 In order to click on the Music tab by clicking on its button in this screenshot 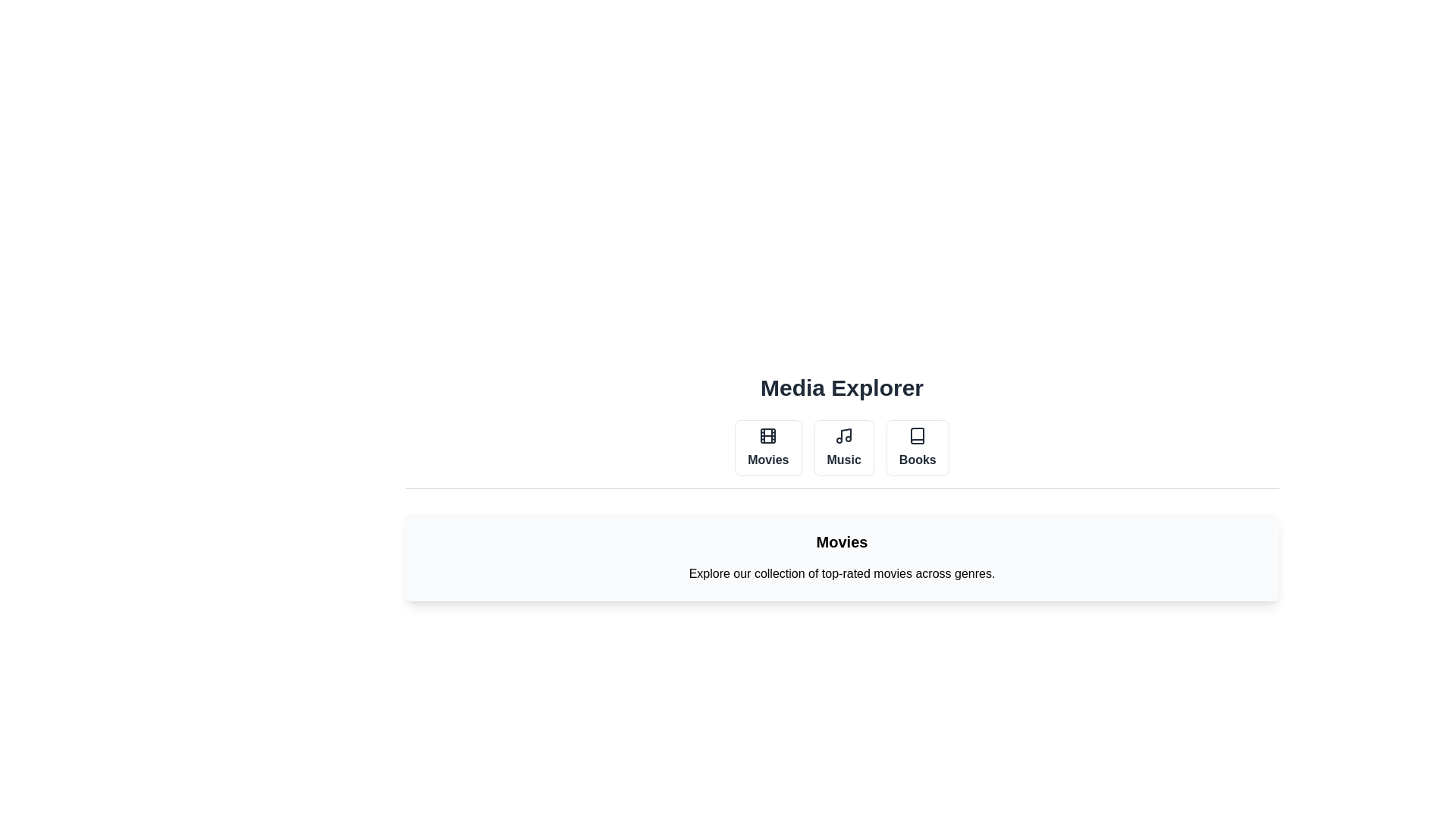, I will do `click(843, 447)`.